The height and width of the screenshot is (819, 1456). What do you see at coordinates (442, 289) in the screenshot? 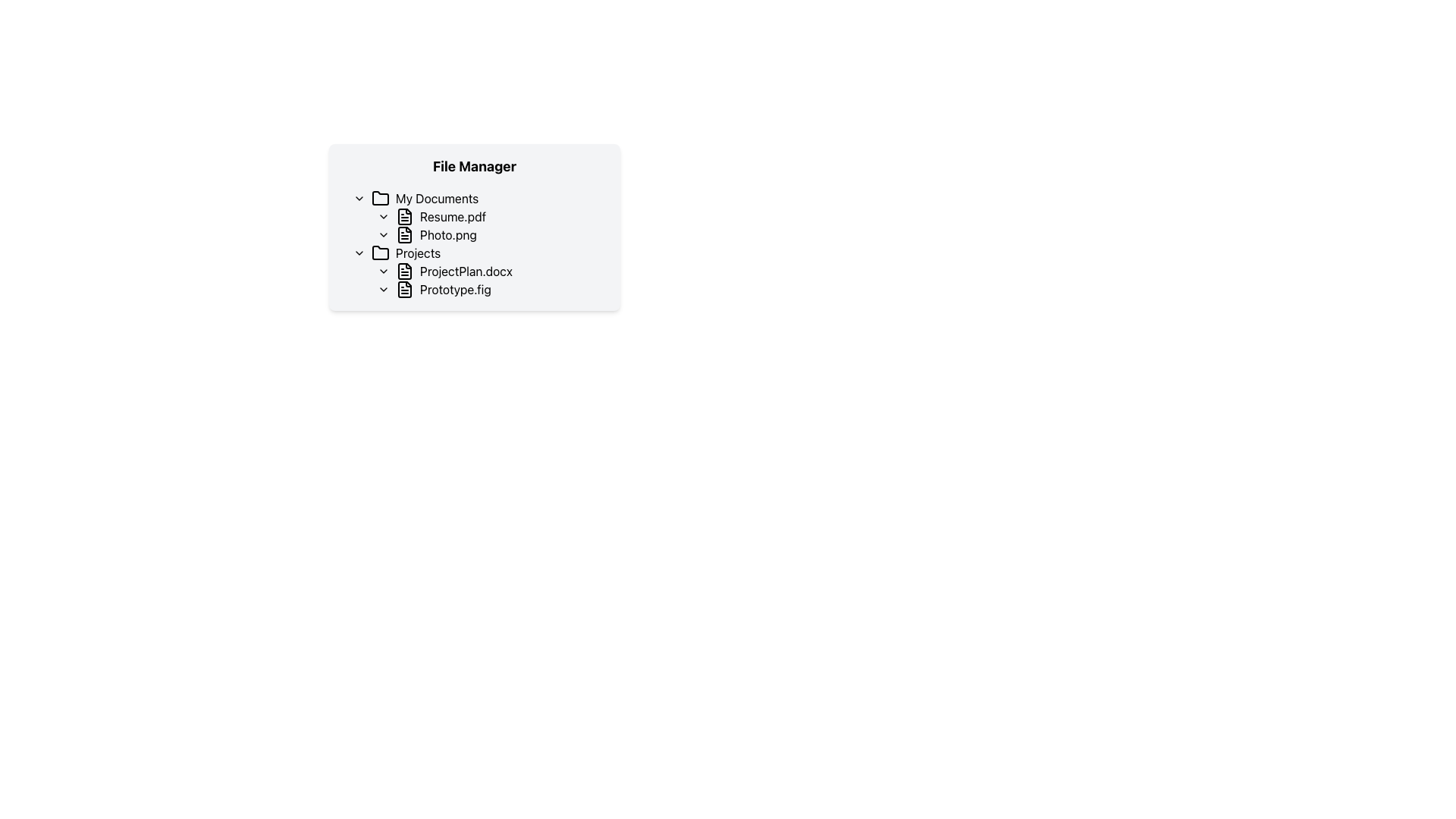
I see `the 'Prototype.fig' file entry` at bounding box center [442, 289].